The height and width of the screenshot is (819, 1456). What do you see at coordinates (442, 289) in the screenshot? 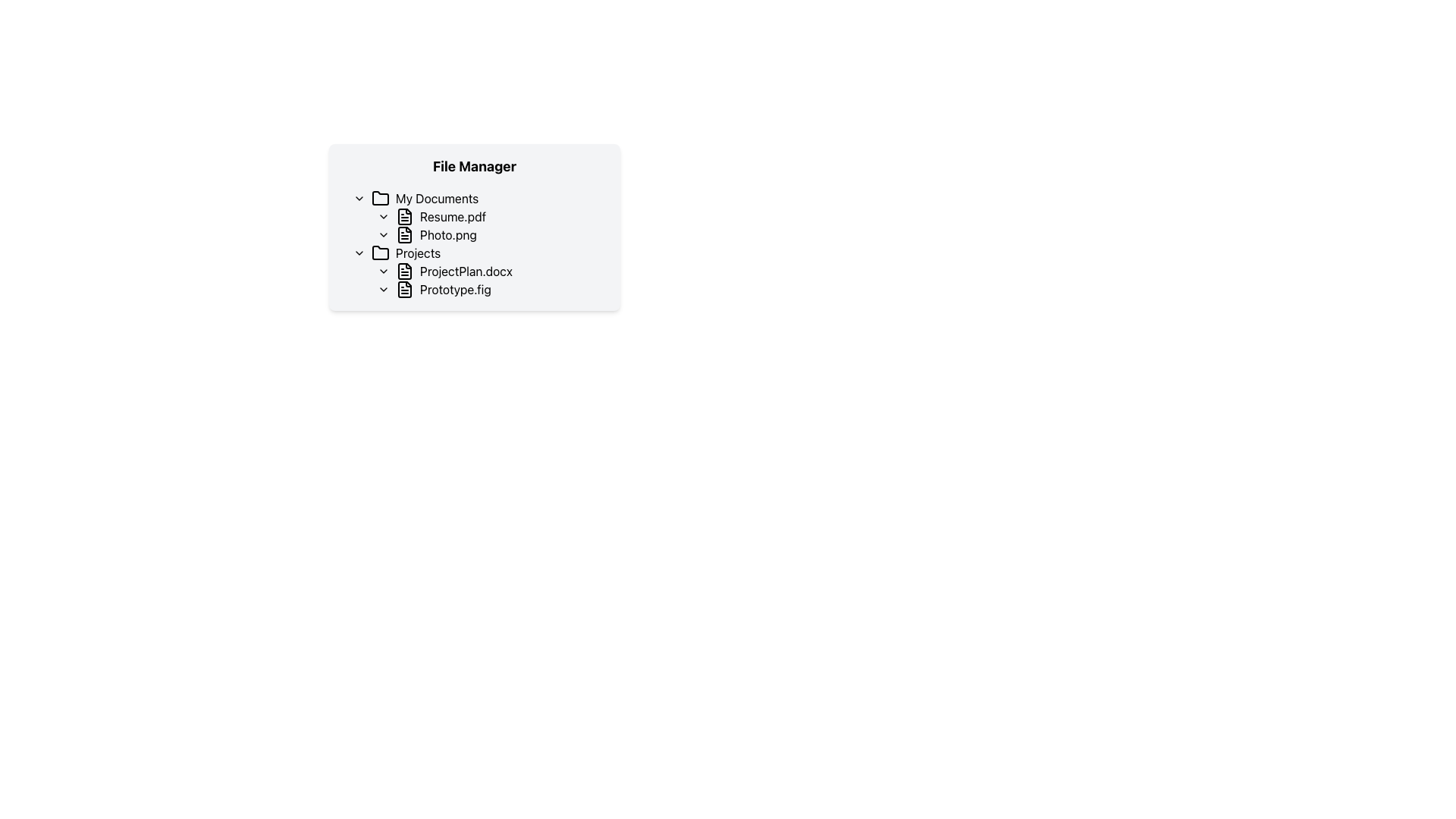
I see `the 'Prototype.fig' file entry` at bounding box center [442, 289].